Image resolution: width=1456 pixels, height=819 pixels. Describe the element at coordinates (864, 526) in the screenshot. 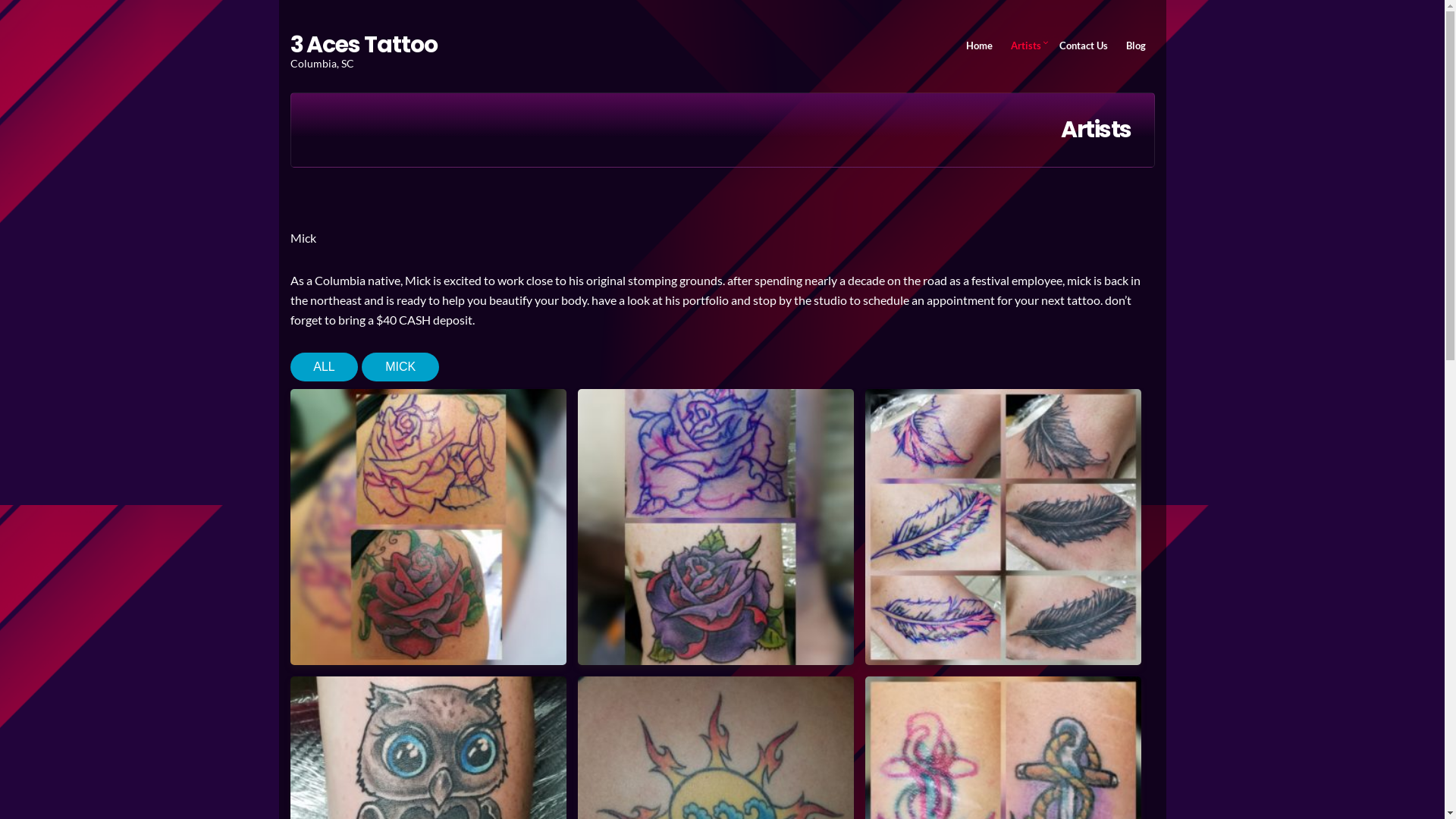

I see `'IMG_20170625_111314_068'` at that location.